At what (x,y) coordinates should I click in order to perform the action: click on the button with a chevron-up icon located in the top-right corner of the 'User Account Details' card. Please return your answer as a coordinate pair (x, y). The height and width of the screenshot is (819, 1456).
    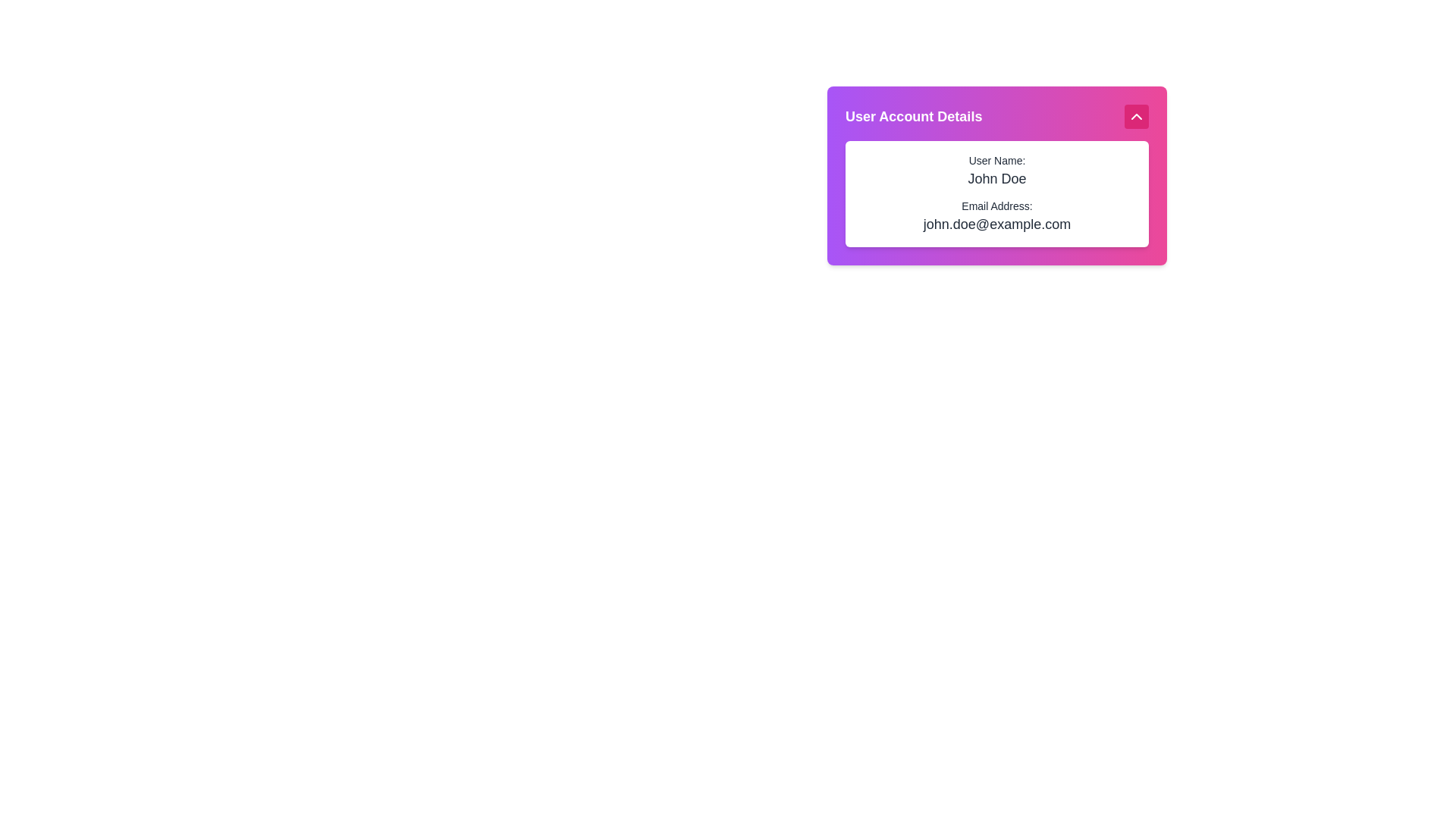
    Looking at the image, I should click on (1136, 116).